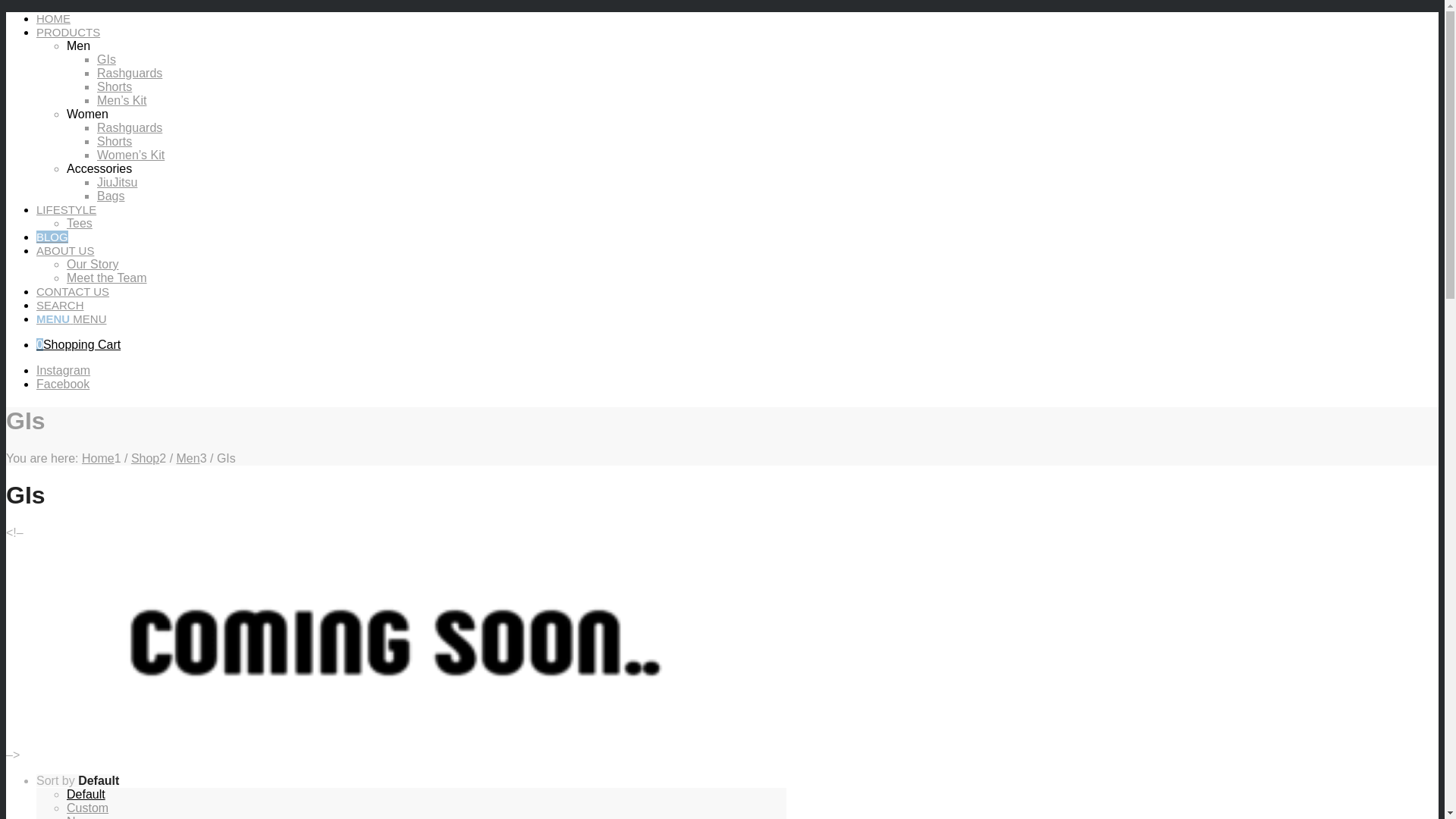  What do you see at coordinates (65, 223) in the screenshot?
I see `'Tees'` at bounding box center [65, 223].